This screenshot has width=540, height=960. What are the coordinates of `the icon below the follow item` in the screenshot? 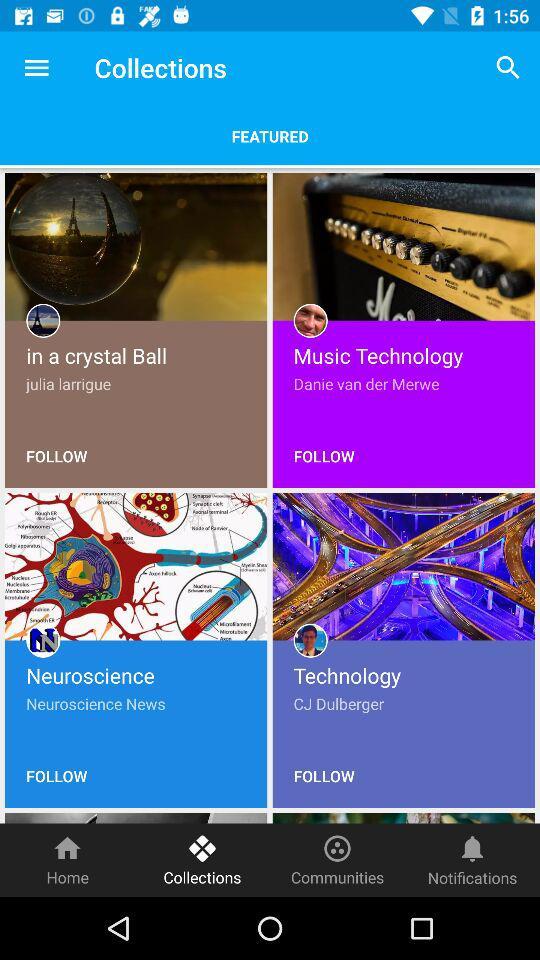 It's located at (337, 859).